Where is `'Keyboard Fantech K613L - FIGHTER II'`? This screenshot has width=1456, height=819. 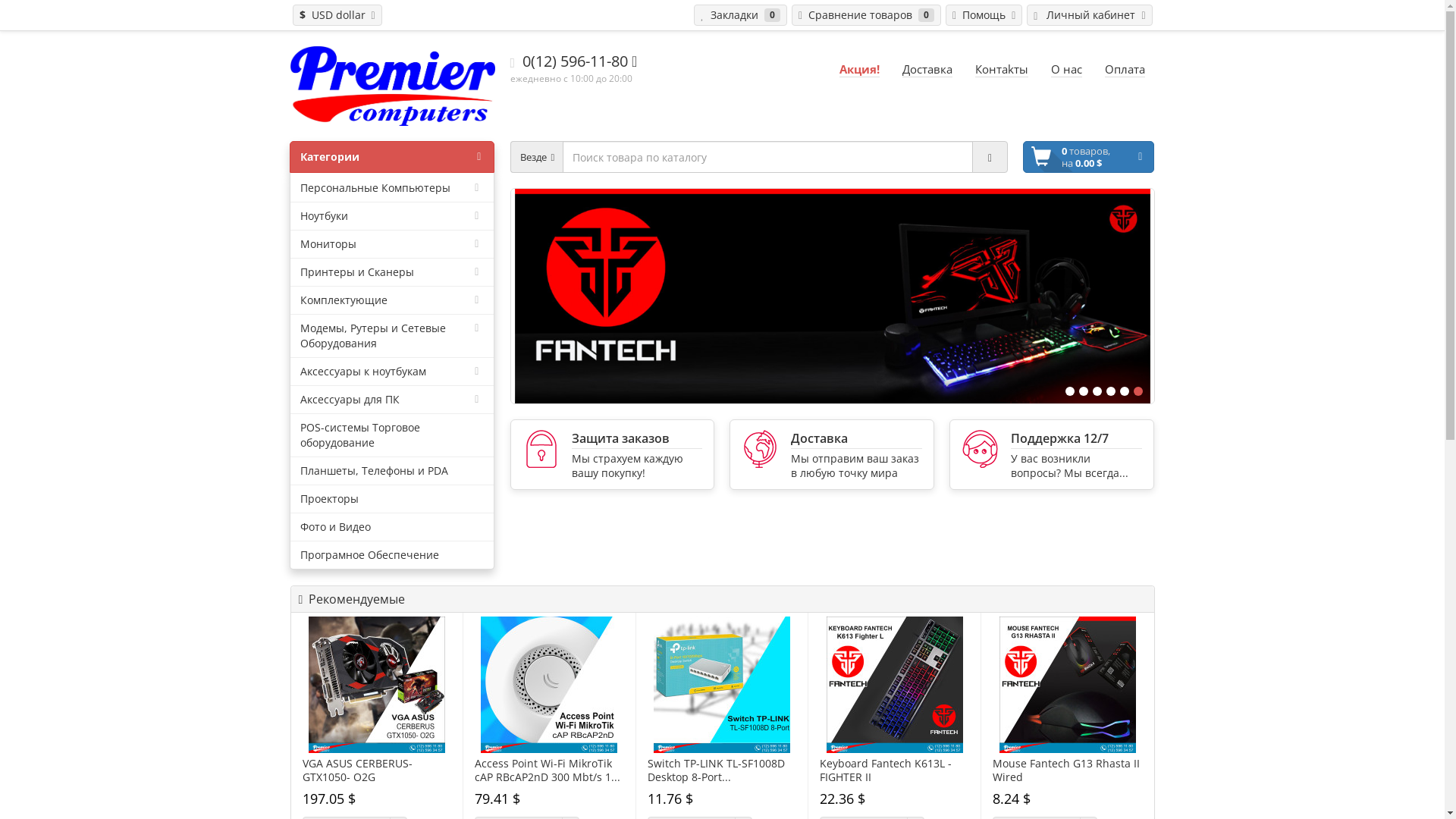
'Keyboard Fantech K613L - FIGHTER II' is located at coordinates (895, 684).